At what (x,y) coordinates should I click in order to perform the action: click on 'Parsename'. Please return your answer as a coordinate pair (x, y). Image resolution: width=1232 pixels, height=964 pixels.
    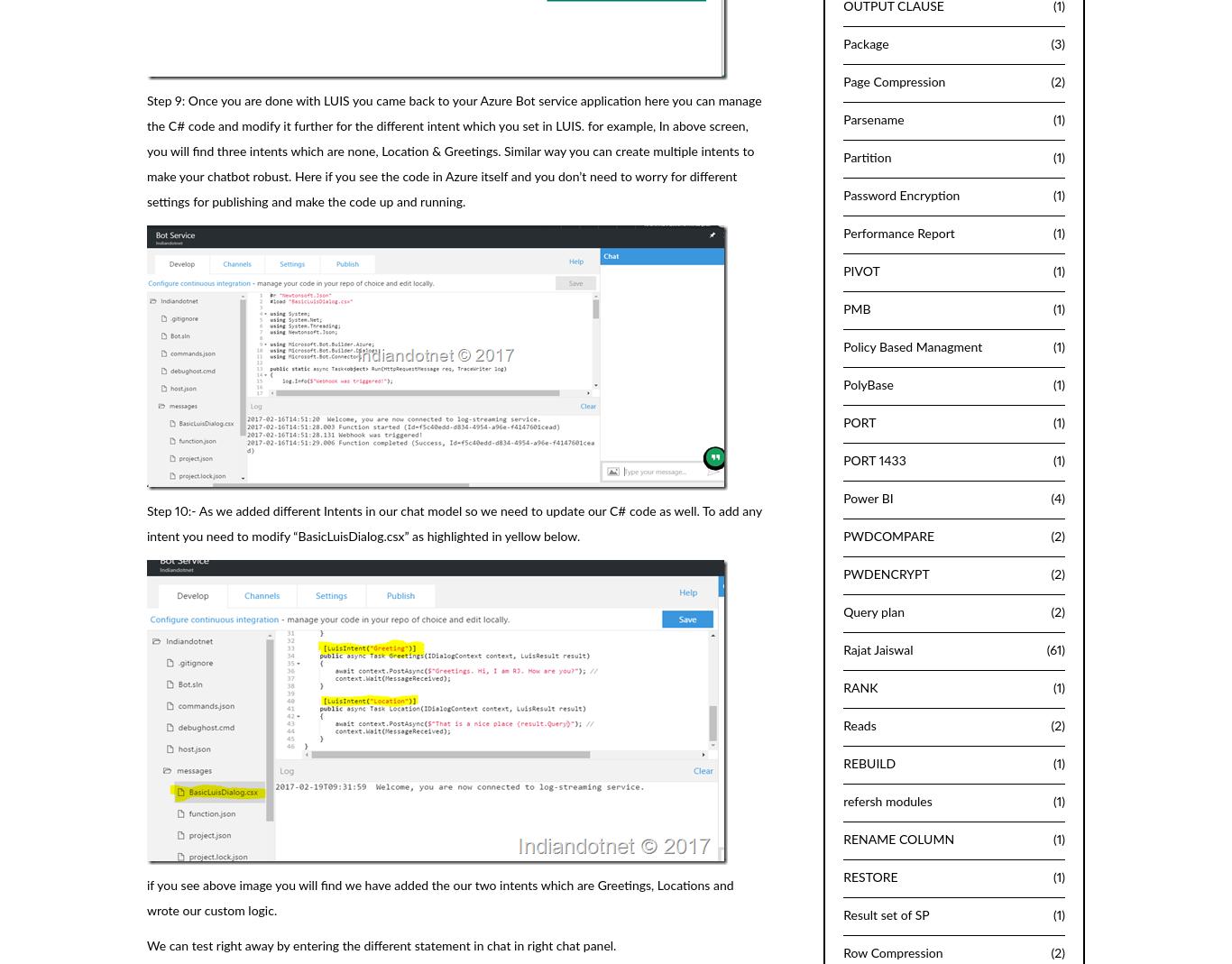
    Looking at the image, I should click on (873, 119).